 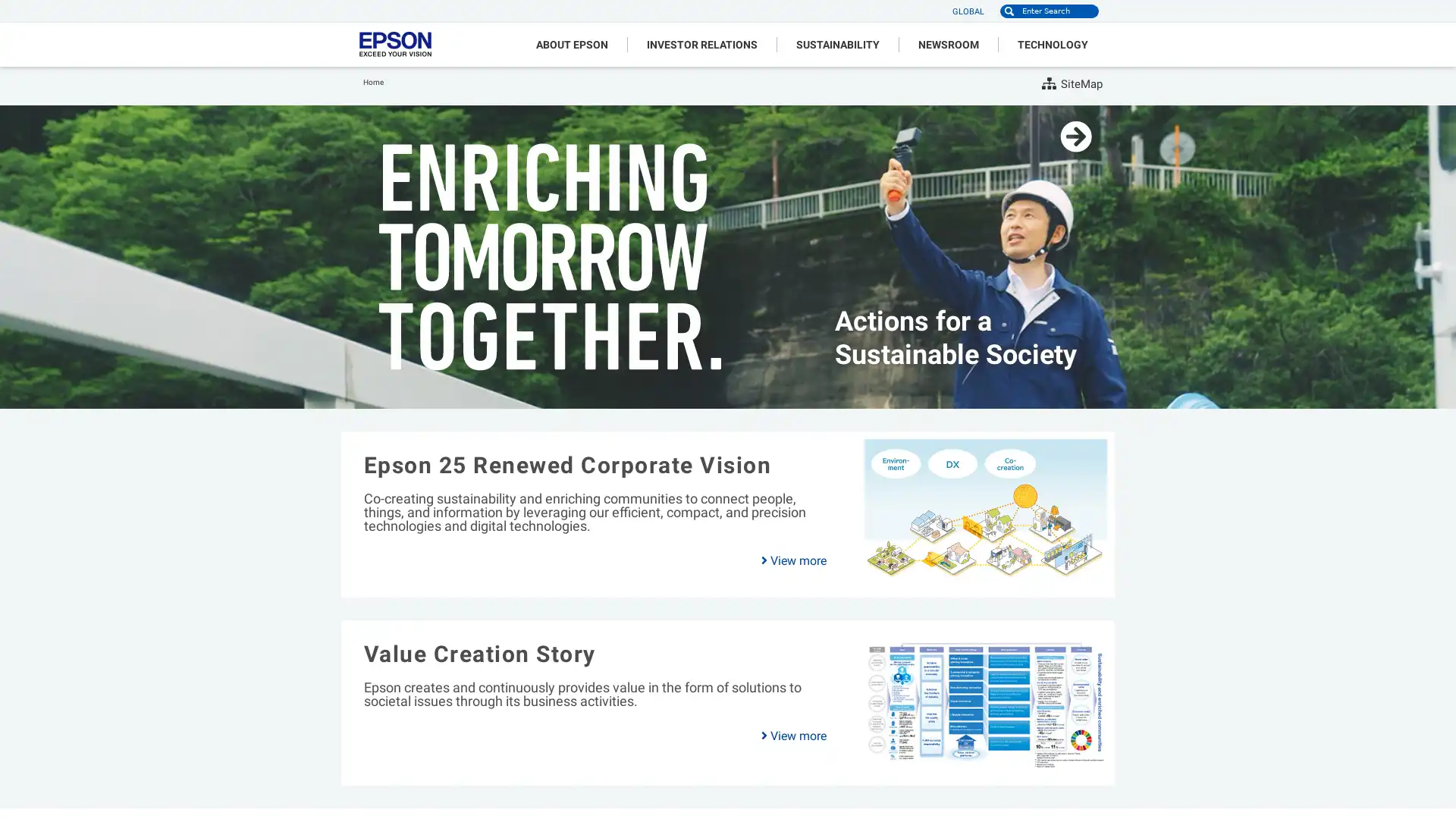 What do you see at coordinates (1007, 11) in the screenshot?
I see `Search` at bounding box center [1007, 11].